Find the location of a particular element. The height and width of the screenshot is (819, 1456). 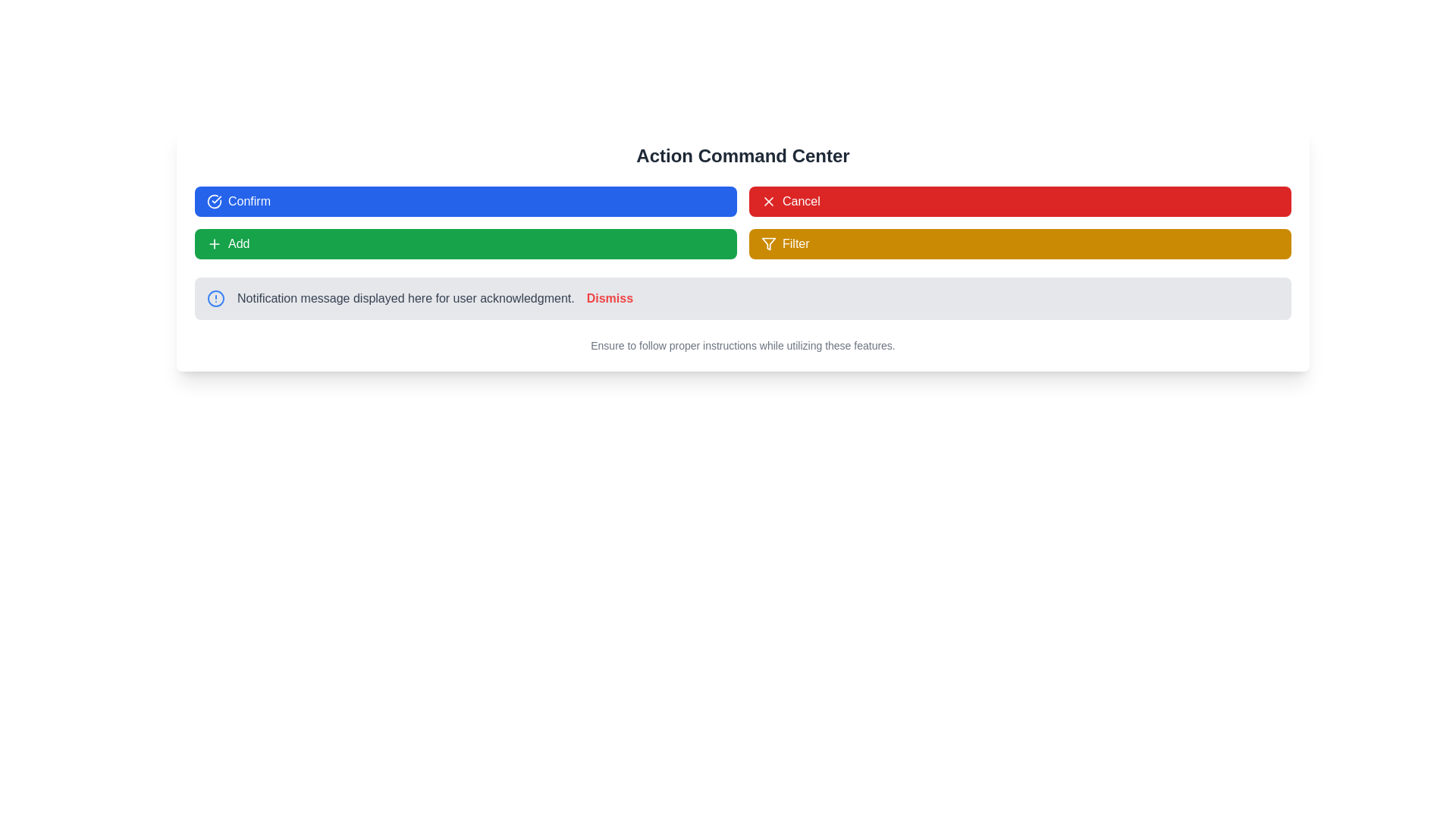

the circular checkmark icon located on the left side of the 'Confirm' button, which has a blue stroke and is styled with a blue background and white text is located at coordinates (214, 201).